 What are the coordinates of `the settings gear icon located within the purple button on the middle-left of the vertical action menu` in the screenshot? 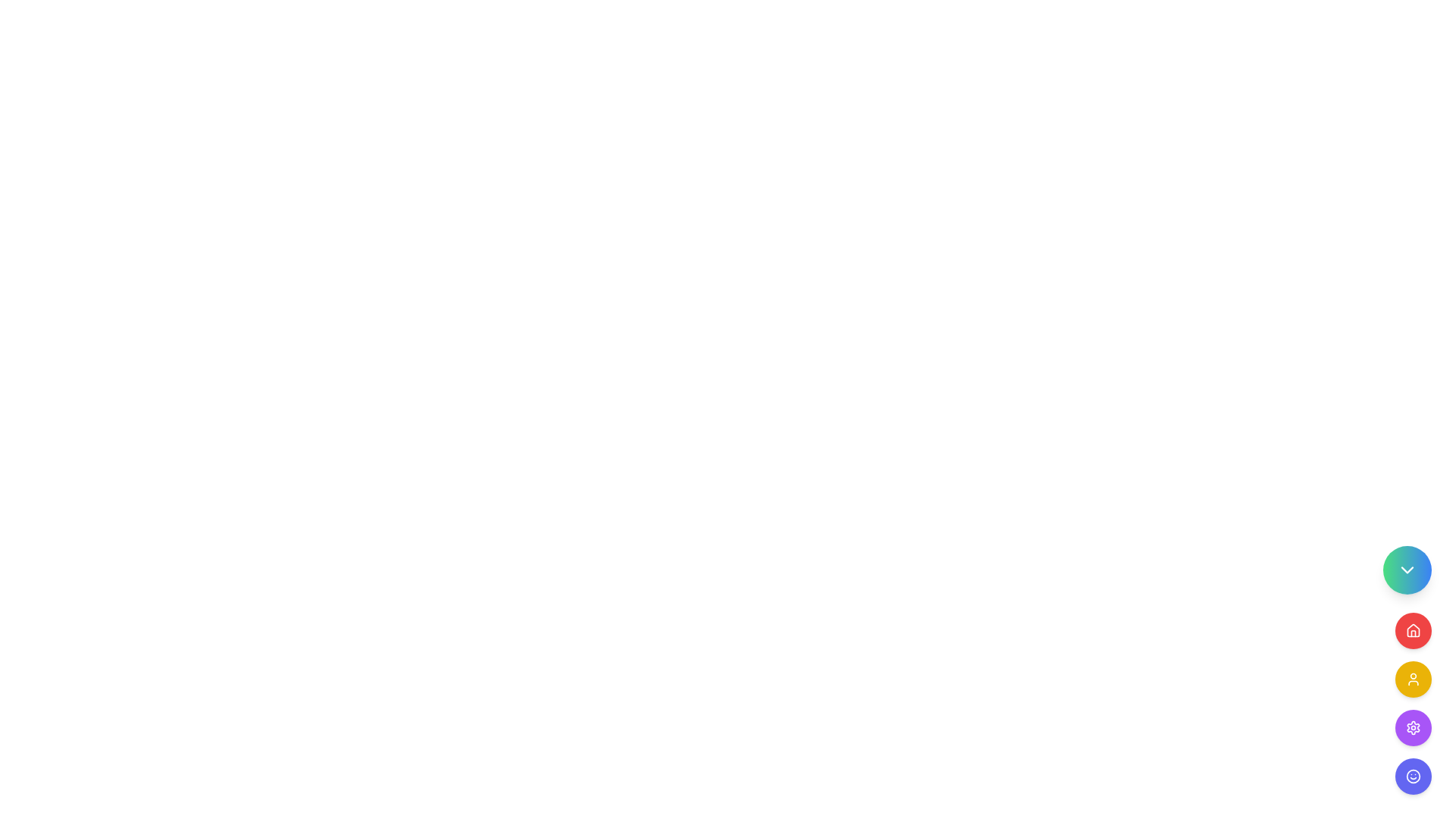 It's located at (1412, 727).